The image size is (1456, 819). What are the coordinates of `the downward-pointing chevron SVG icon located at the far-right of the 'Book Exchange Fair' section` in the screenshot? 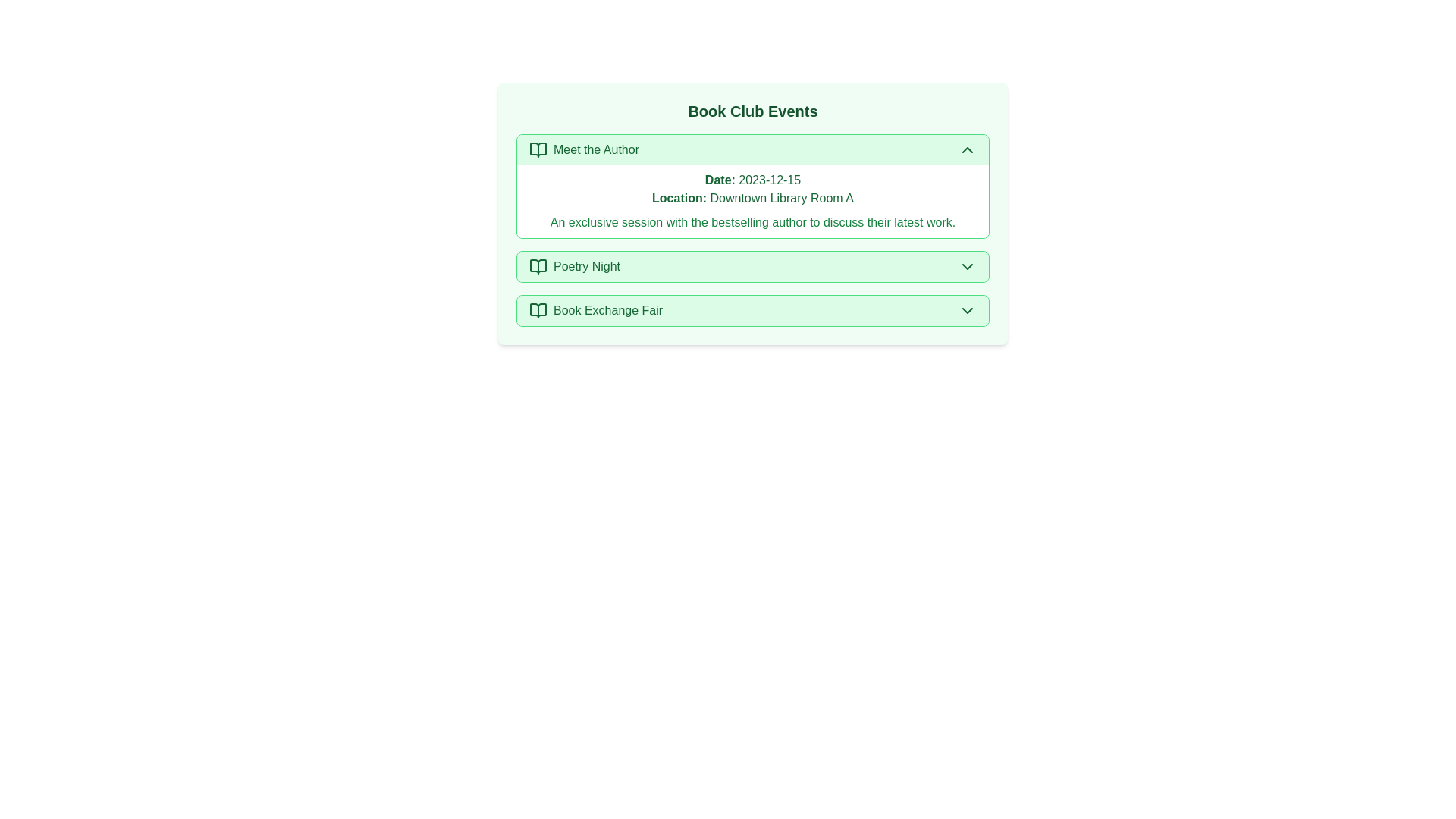 It's located at (967, 309).